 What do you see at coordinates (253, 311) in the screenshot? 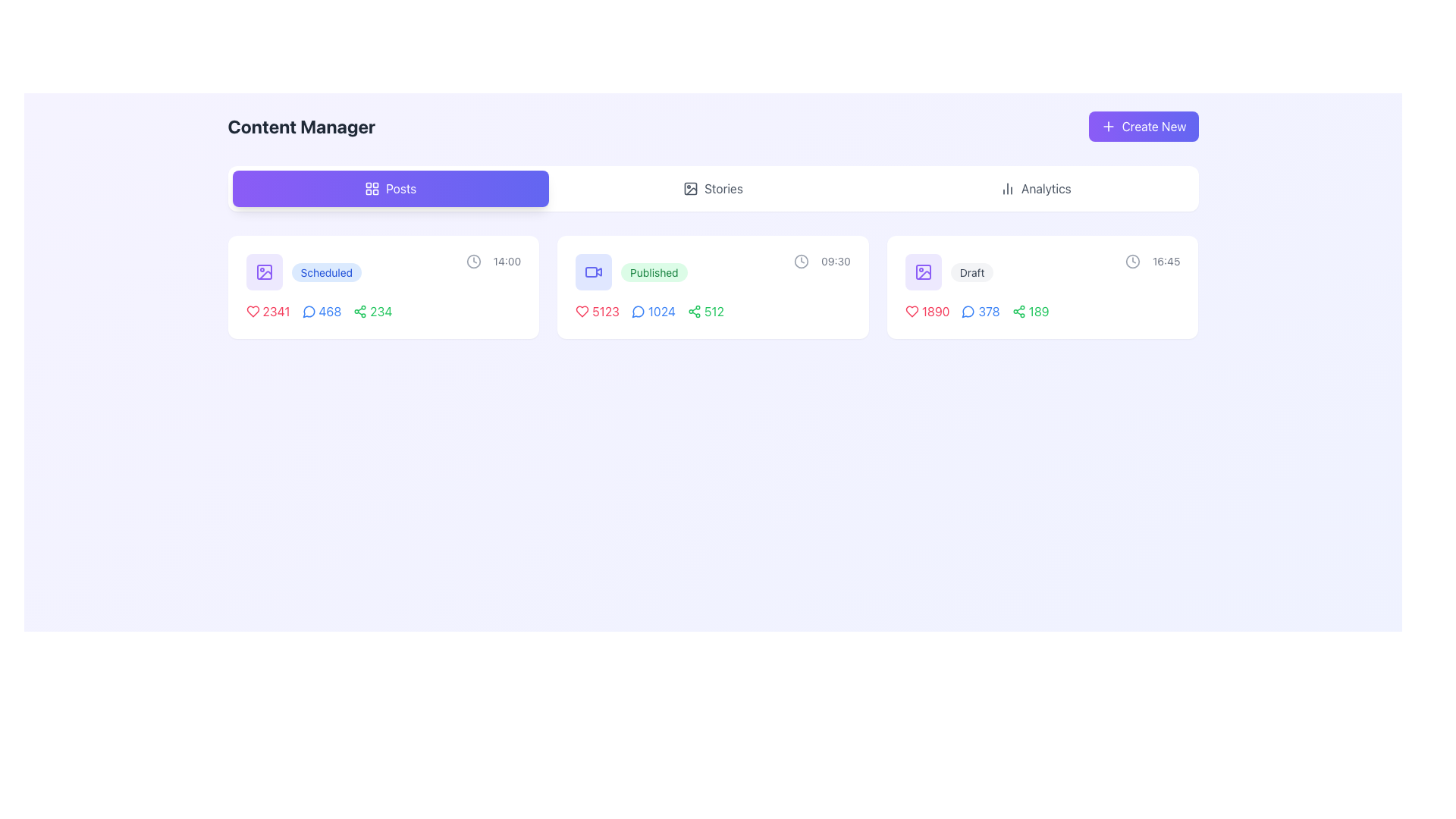
I see `the heart-shaped outline icon used for likes or favorites located at the bottom-left corner of the scheduled content card` at bounding box center [253, 311].